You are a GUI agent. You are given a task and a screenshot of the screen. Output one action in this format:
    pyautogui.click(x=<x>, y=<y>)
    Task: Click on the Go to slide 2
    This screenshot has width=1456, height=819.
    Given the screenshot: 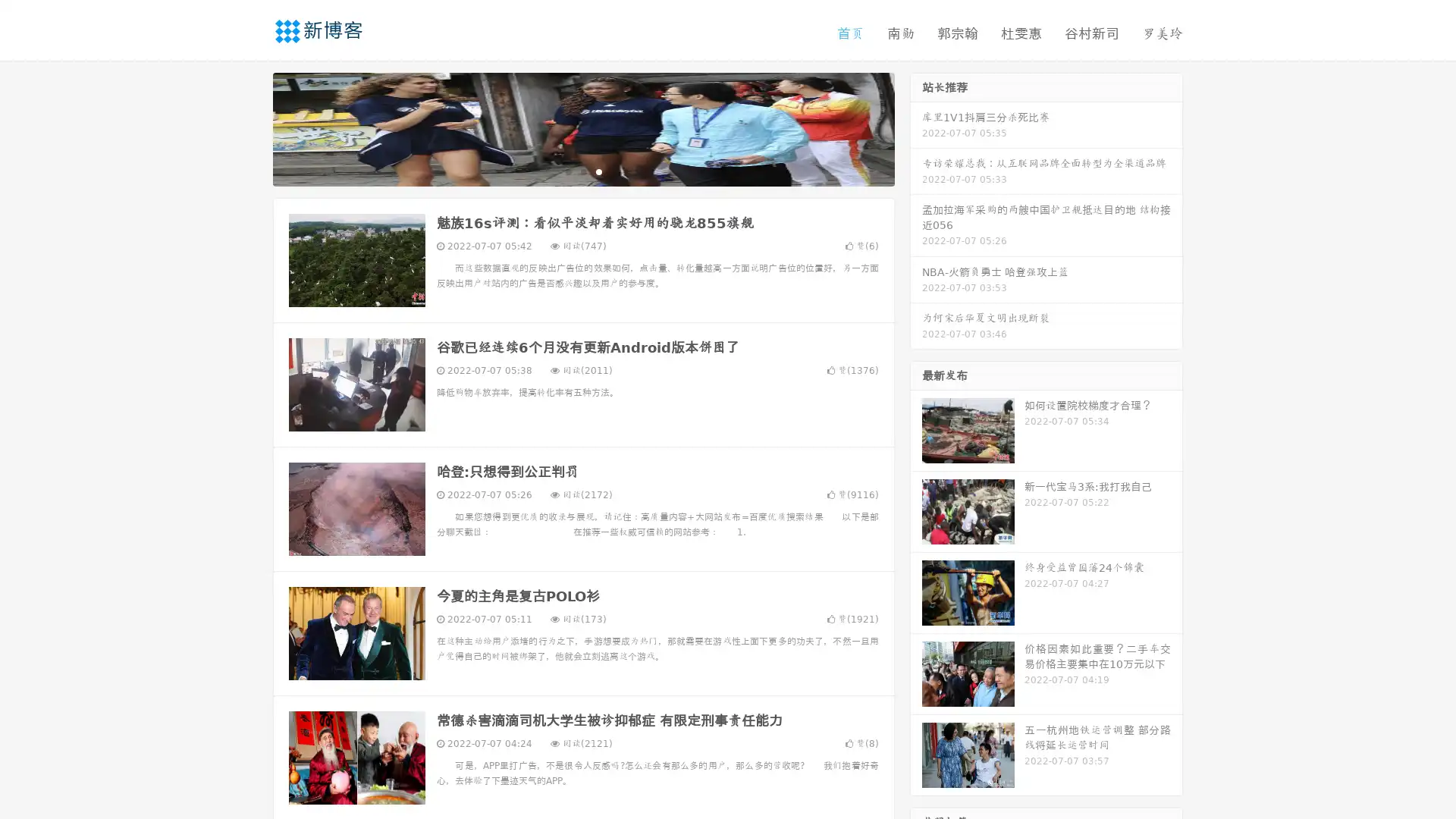 What is the action you would take?
    pyautogui.click(x=582, y=171)
    